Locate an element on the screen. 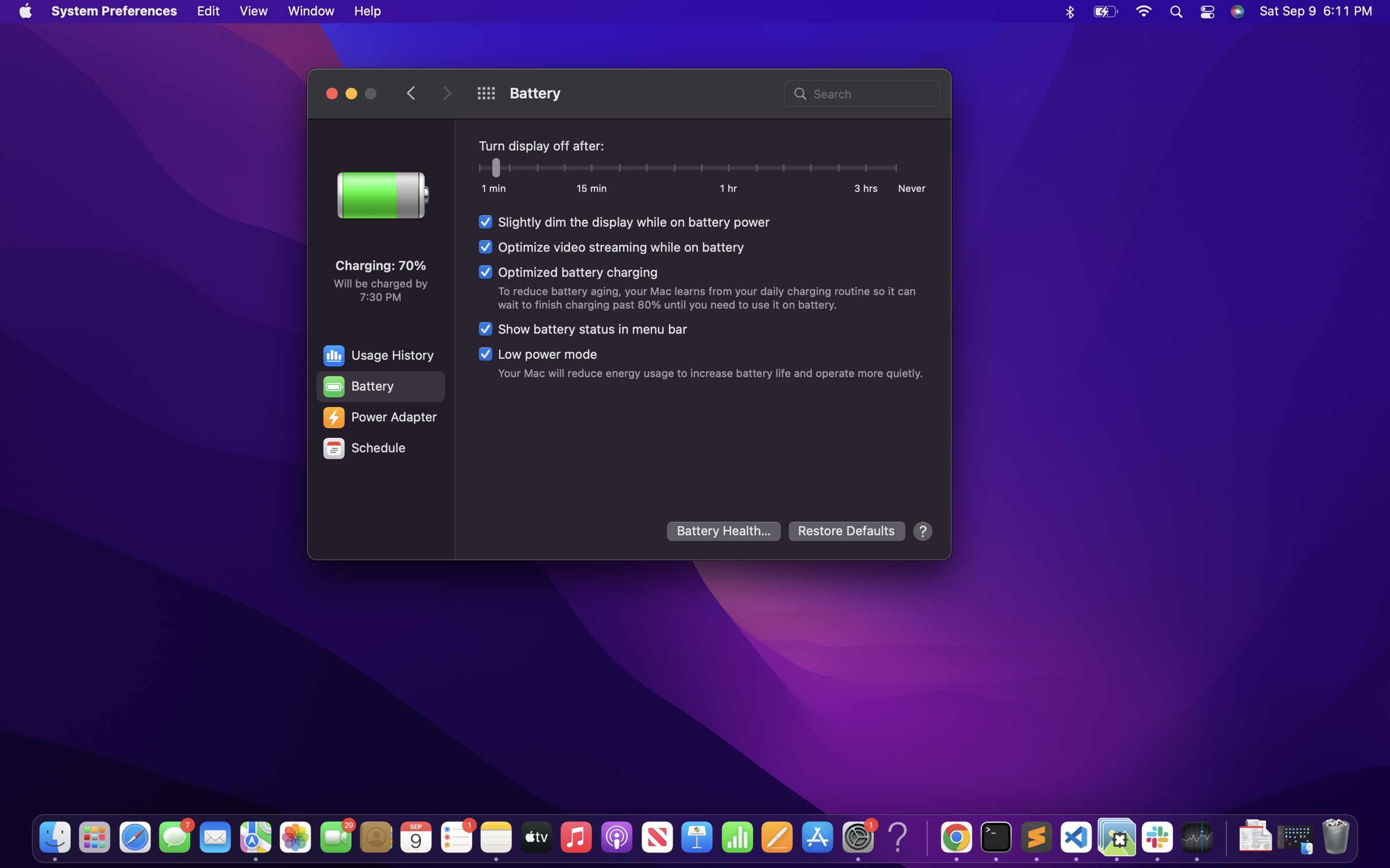  Improve video streaming performance on battery mode is located at coordinates (611, 245).